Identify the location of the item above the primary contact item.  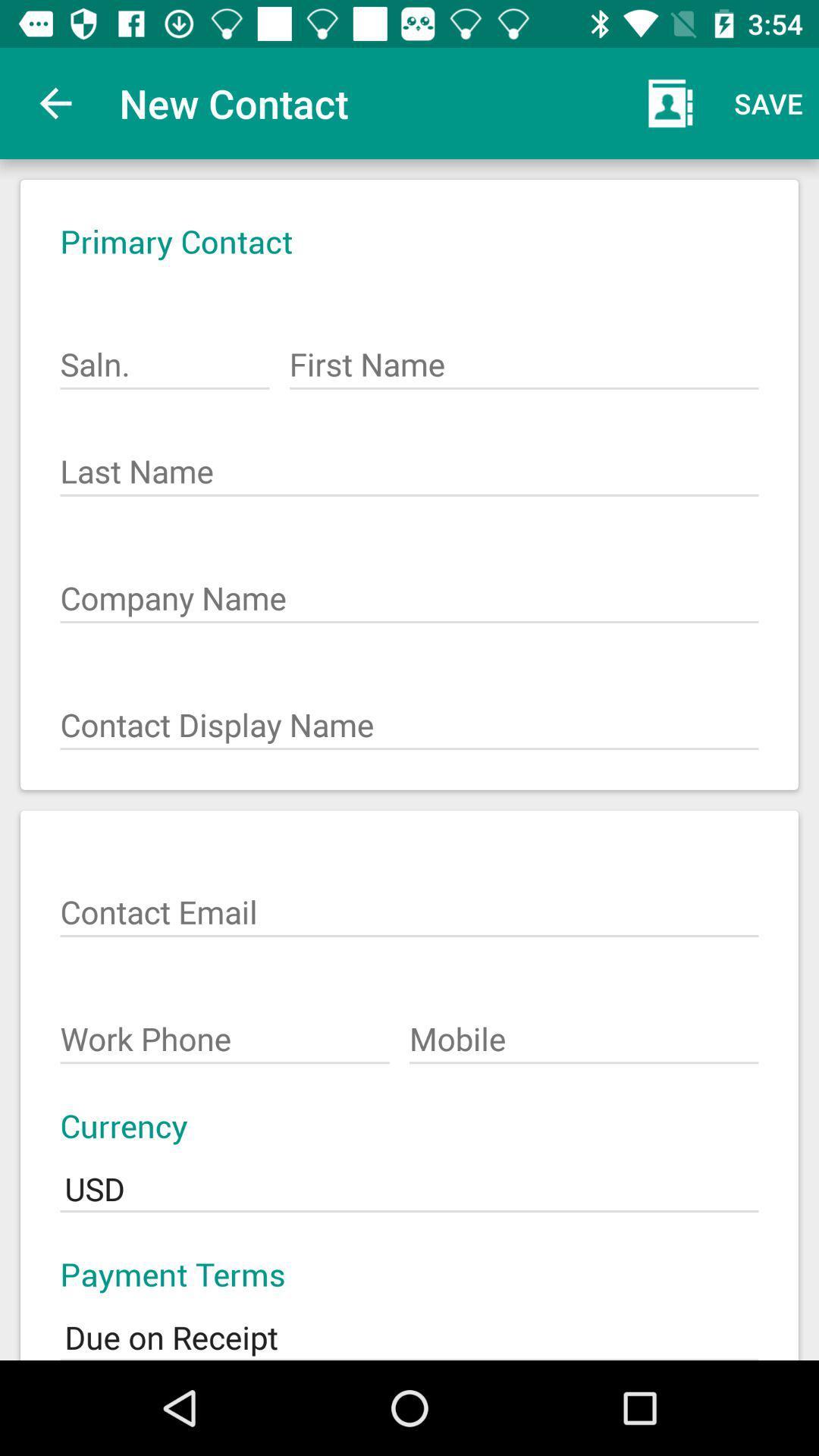
(55, 102).